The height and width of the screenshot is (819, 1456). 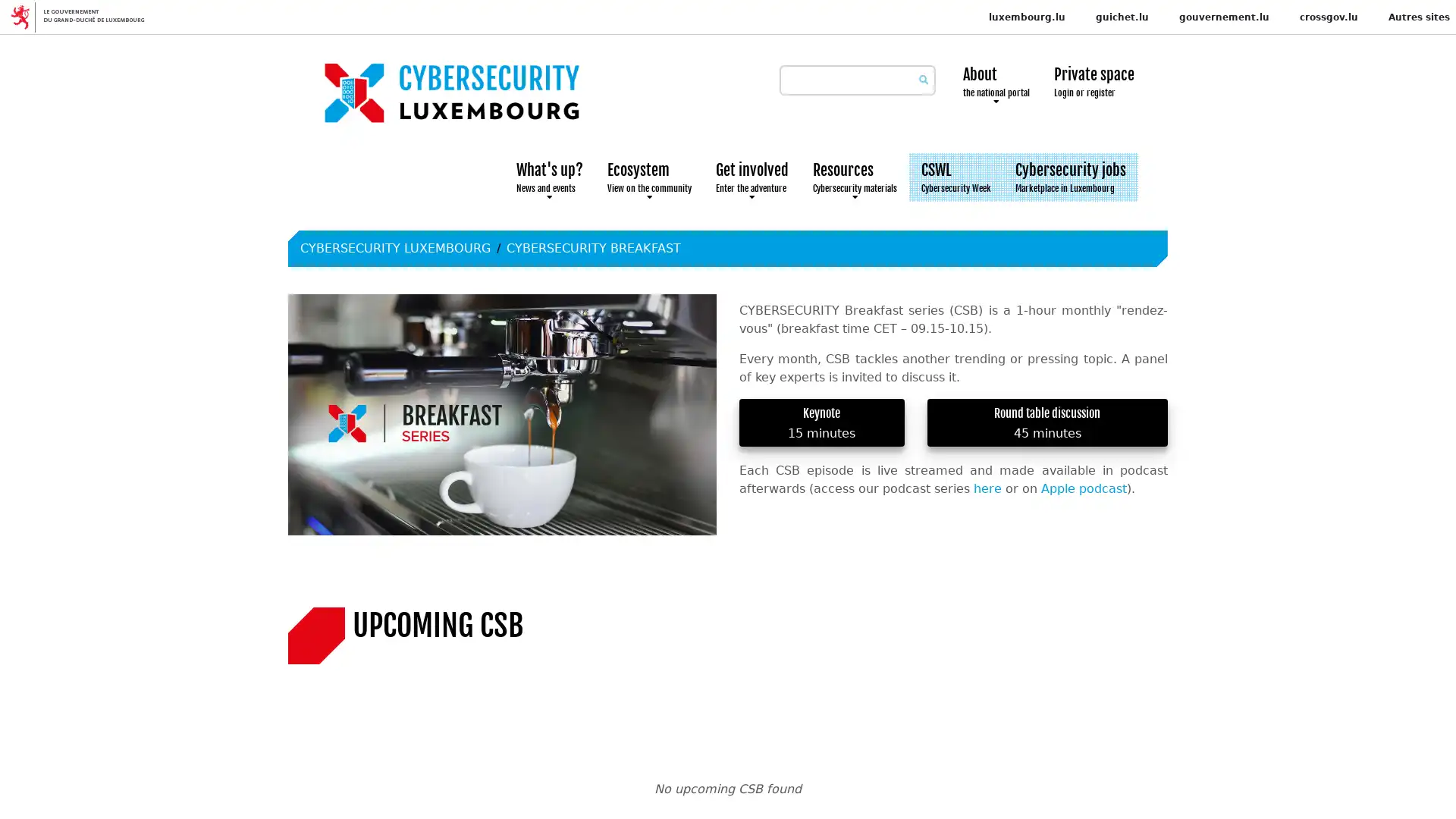 What do you see at coordinates (395, 247) in the screenshot?
I see `CYBERSECURITY LUXEMBOURG` at bounding box center [395, 247].